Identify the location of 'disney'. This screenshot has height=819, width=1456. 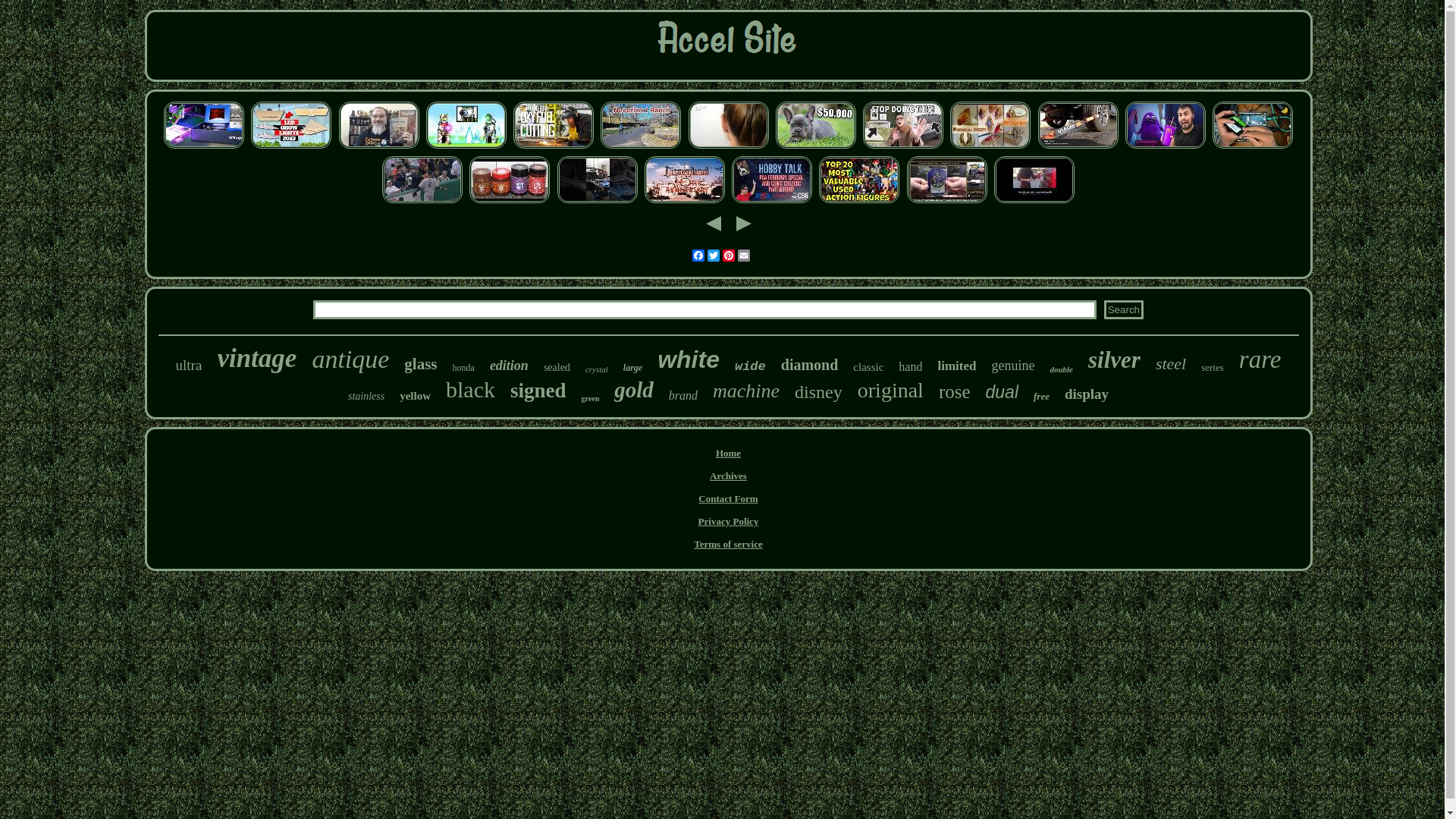
(793, 391).